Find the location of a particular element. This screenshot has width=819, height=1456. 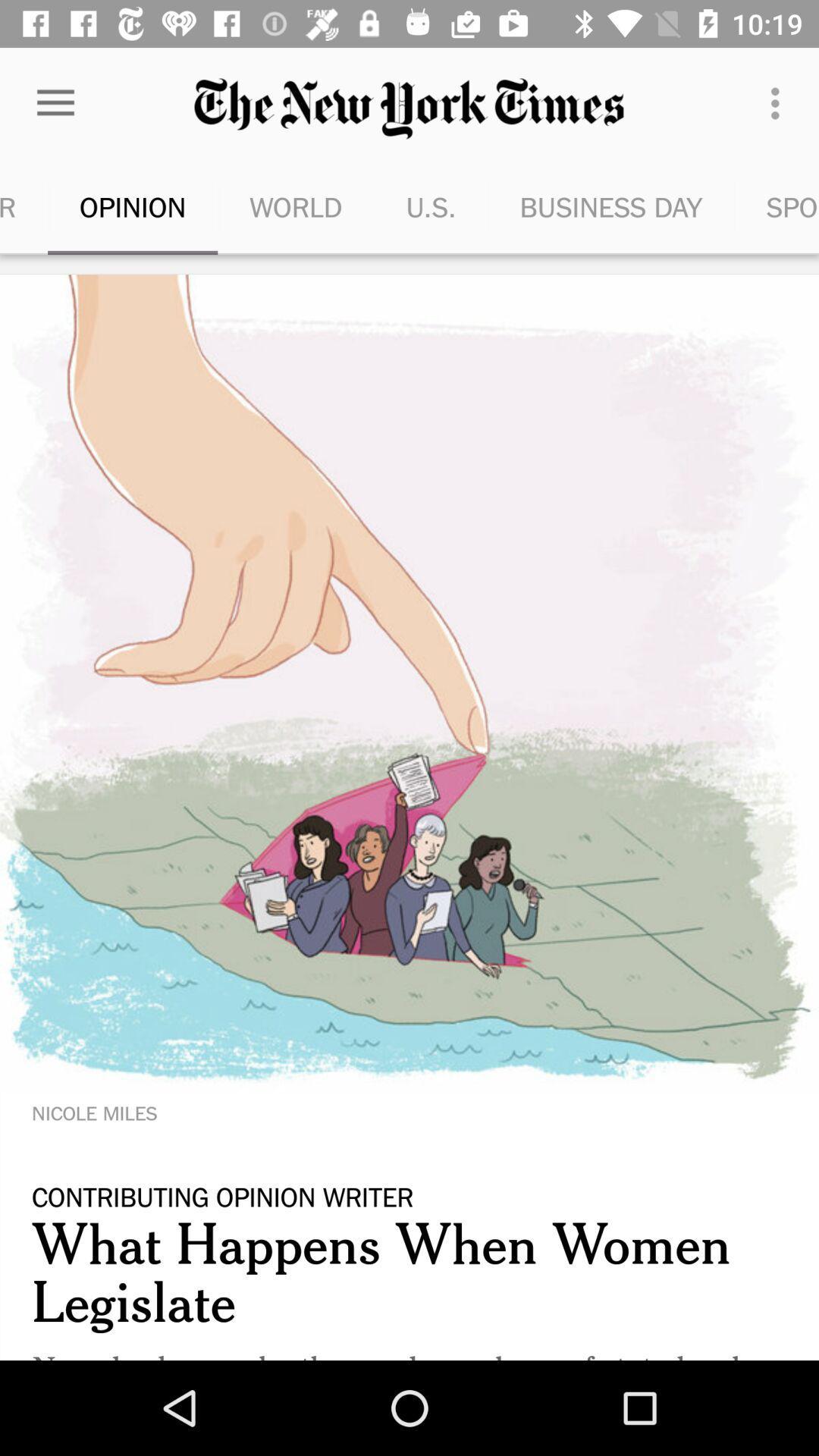

the icon to the left of the sports is located at coordinates (610, 206).